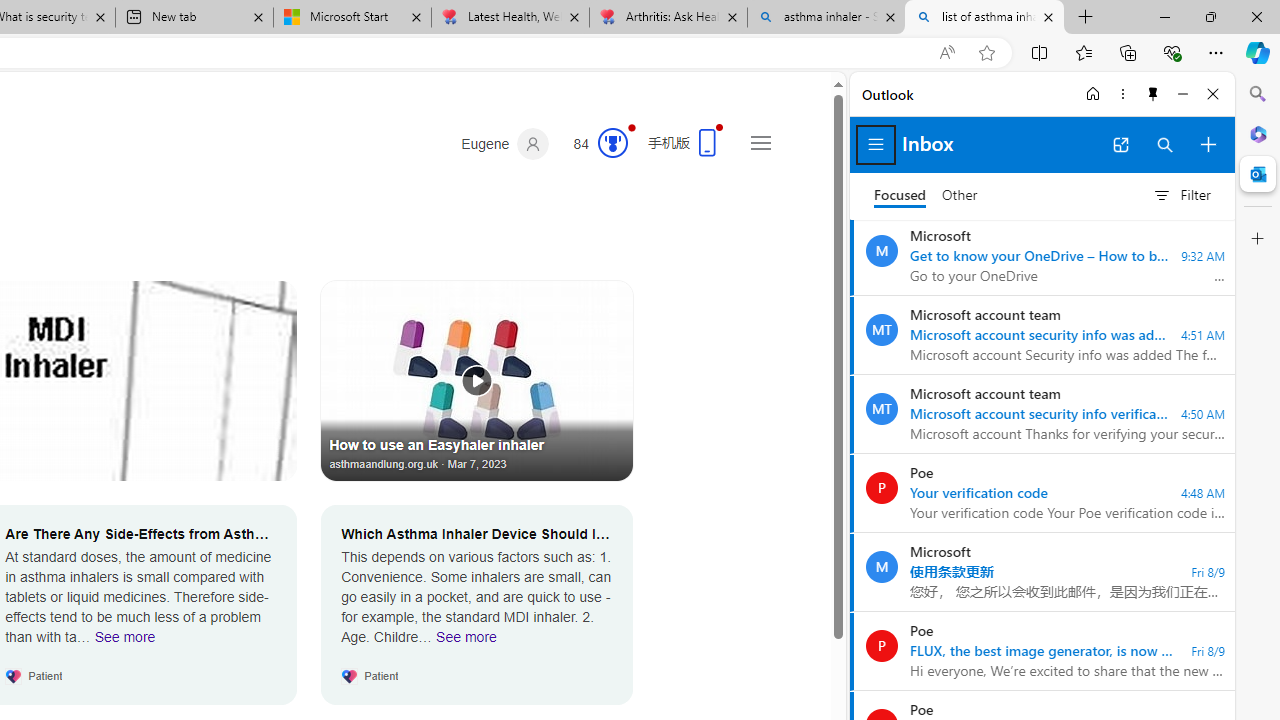 Image resolution: width=1280 pixels, height=720 pixels. What do you see at coordinates (759, 141) in the screenshot?
I see `'Settings and quick links'` at bounding box center [759, 141].